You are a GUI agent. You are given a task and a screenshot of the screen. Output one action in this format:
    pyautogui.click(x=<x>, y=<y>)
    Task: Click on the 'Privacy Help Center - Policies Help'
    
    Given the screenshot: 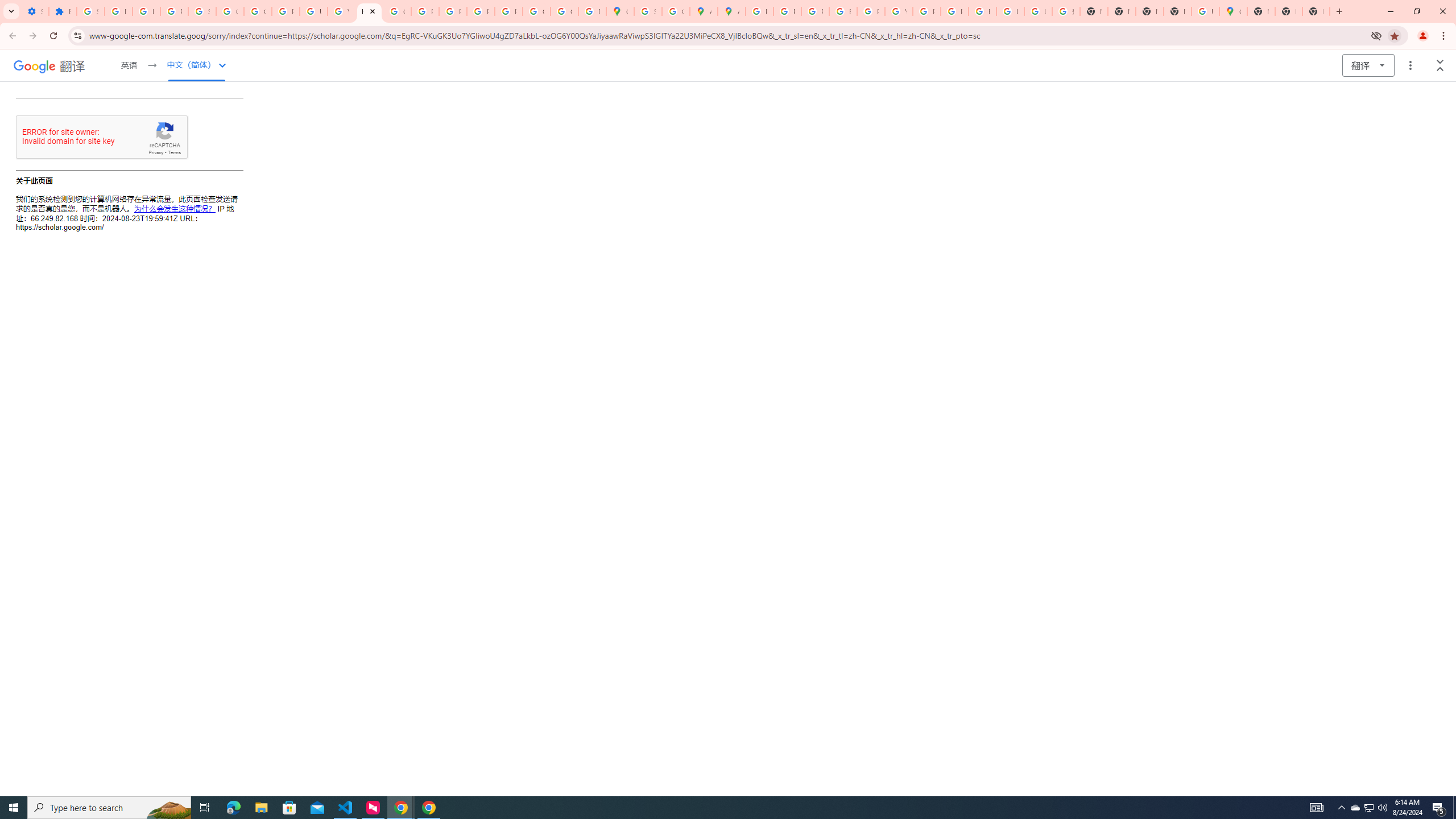 What is the action you would take?
    pyautogui.click(x=424, y=11)
    